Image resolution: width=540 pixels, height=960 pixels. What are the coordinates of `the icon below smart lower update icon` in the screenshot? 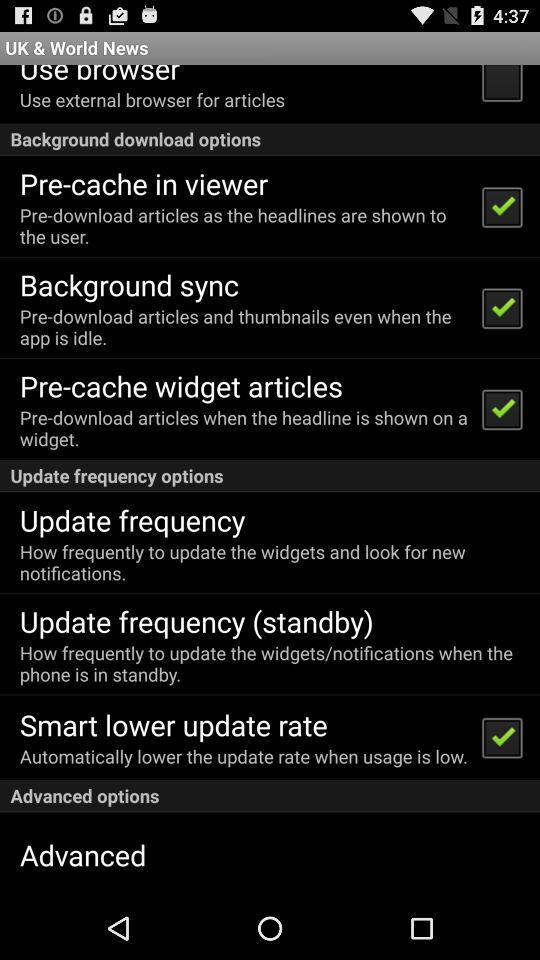 It's located at (243, 755).